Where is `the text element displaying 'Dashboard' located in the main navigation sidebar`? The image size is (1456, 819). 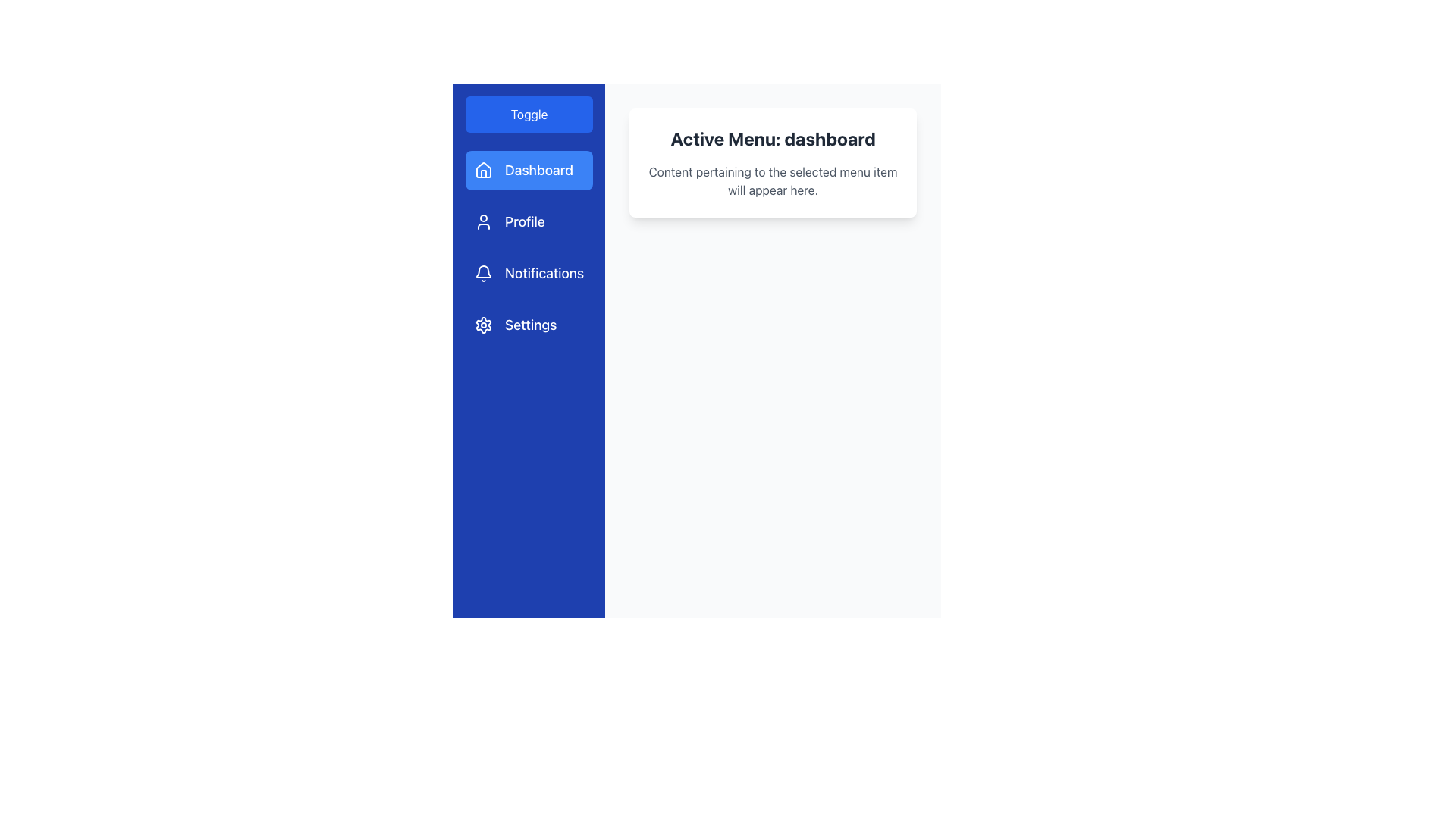
the text element displaying 'Dashboard' located in the main navigation sidebar is located at coordinates (538, 170).